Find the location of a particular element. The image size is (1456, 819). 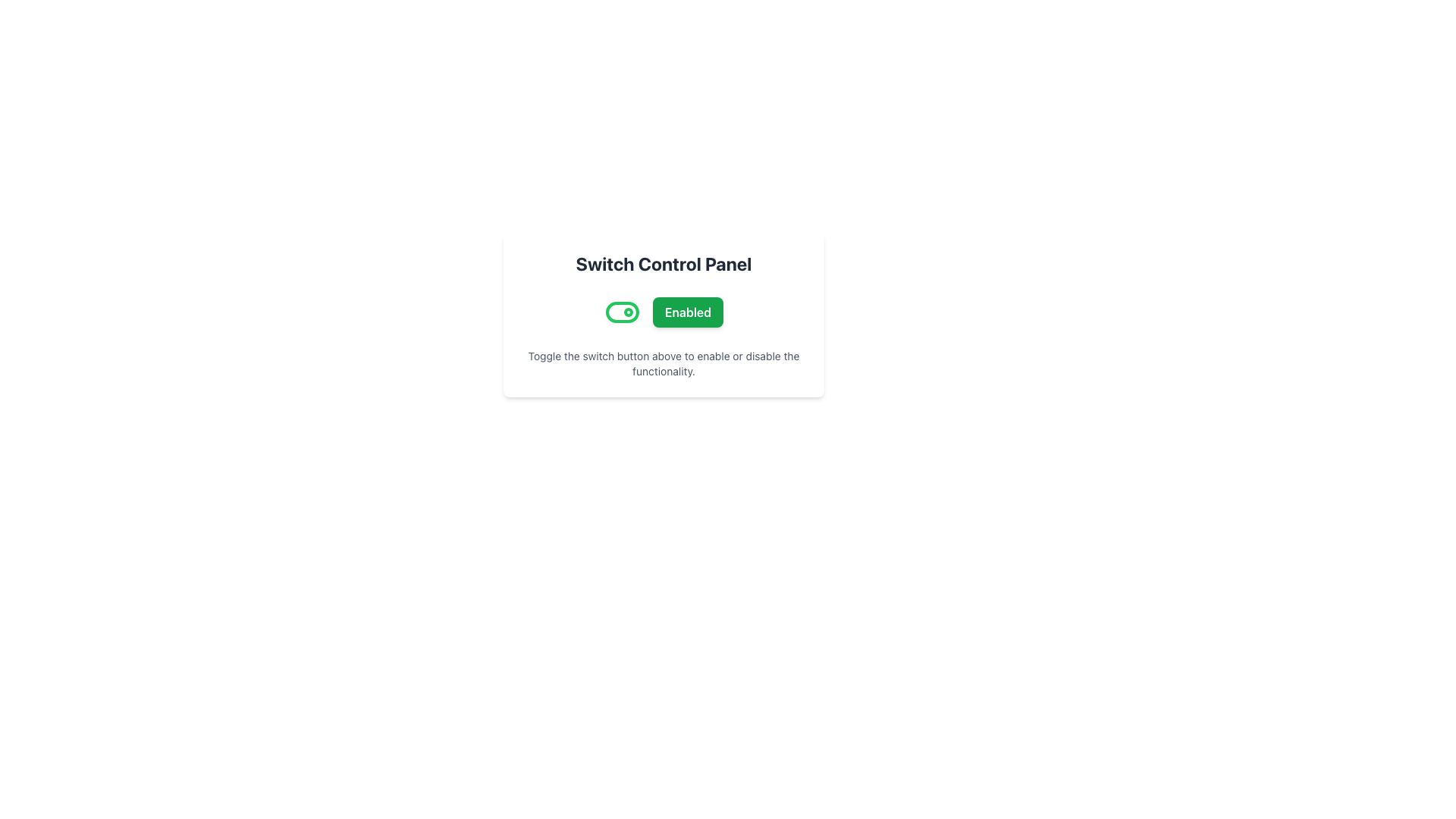

the green rectangular button labeled 'Enabled' that is positioned below the title 'Switch Control Panel' and next to a toggle icon is located at coordinates (664, 312).